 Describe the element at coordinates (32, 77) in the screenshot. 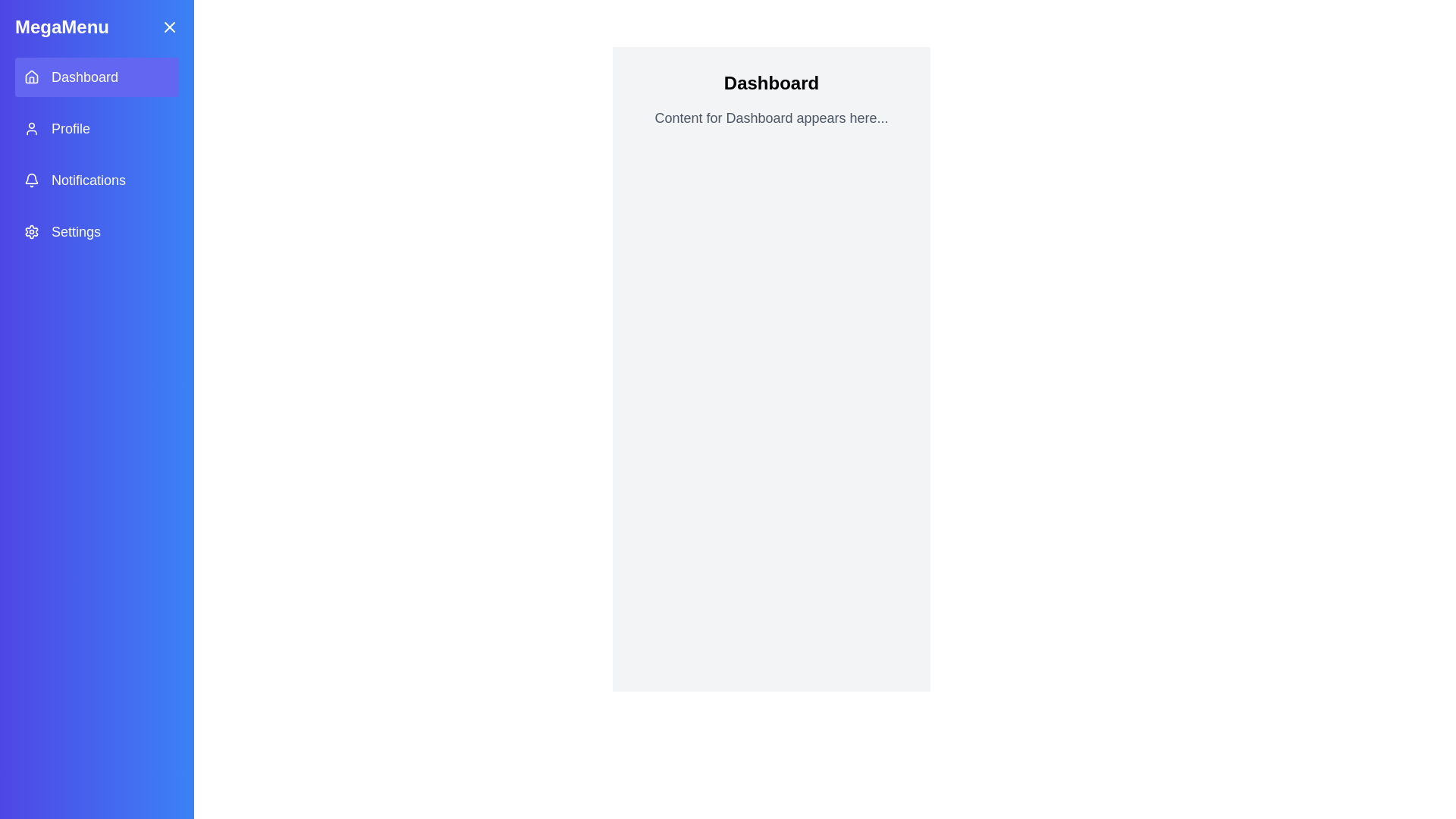

I see `the house icon representing the 'Dashboard' menu item` at that location.